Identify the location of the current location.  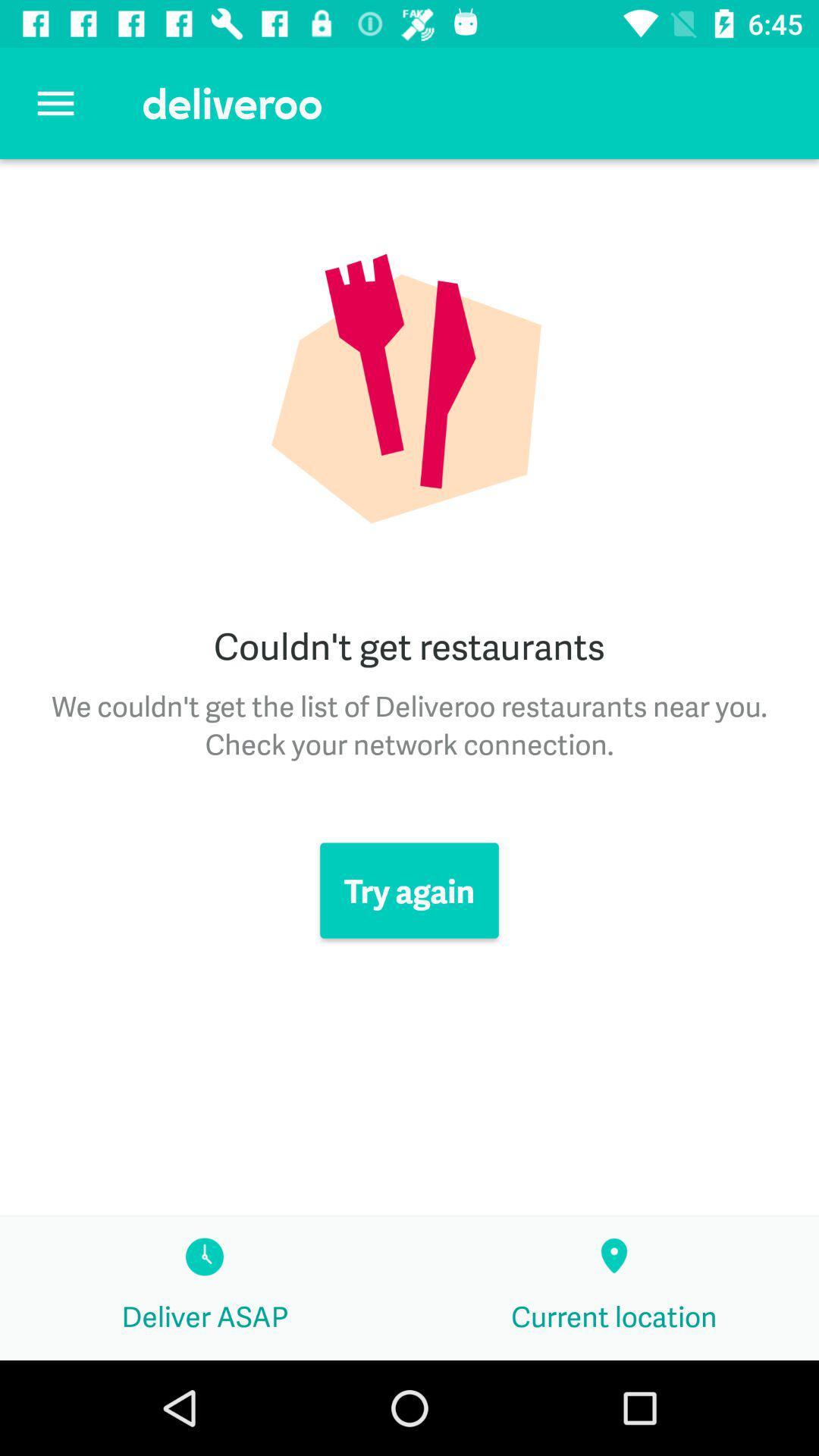
(614, 1288).